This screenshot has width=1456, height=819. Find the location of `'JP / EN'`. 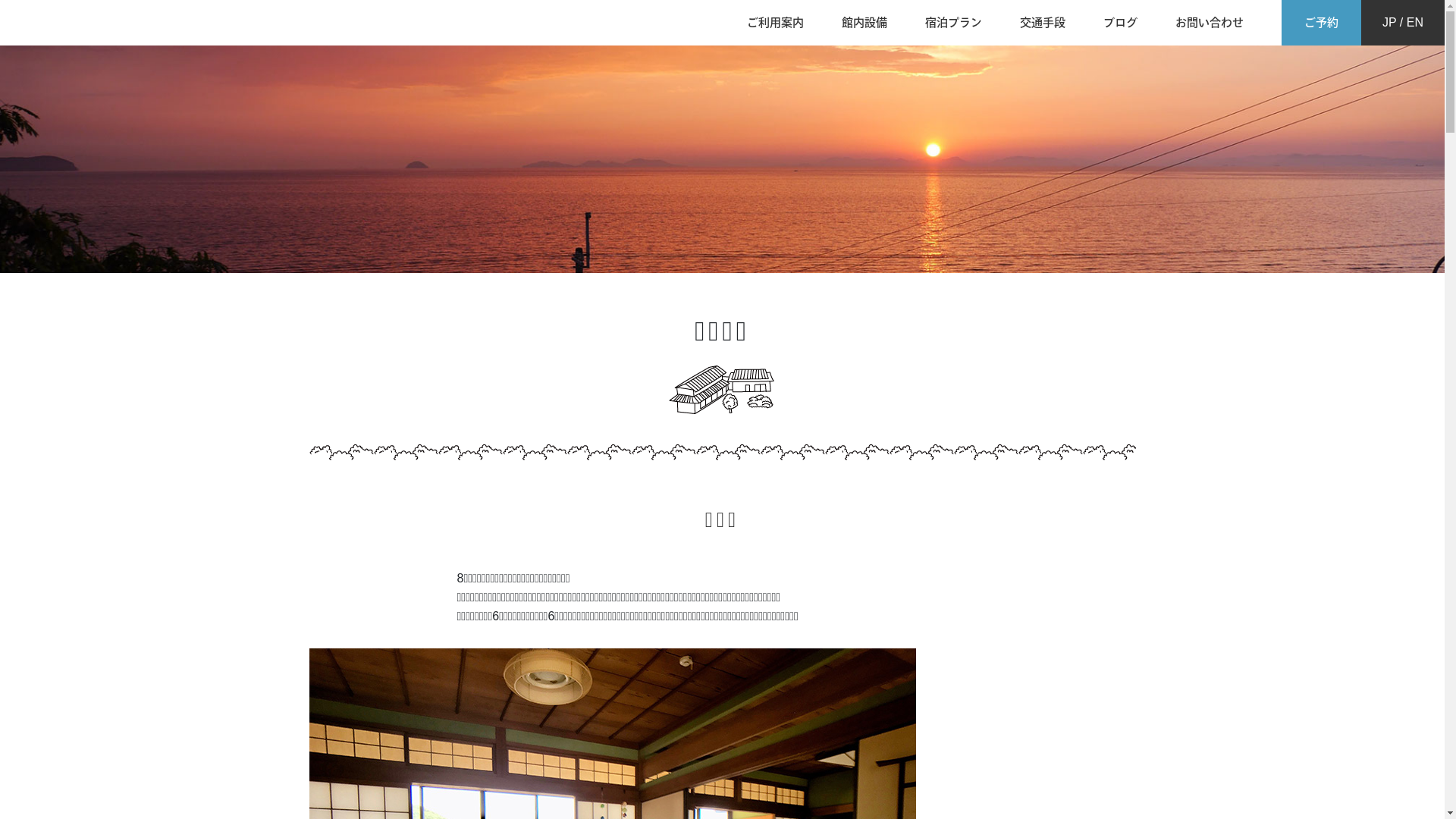

'JP / EN' is located at coordinates (1401, 23).